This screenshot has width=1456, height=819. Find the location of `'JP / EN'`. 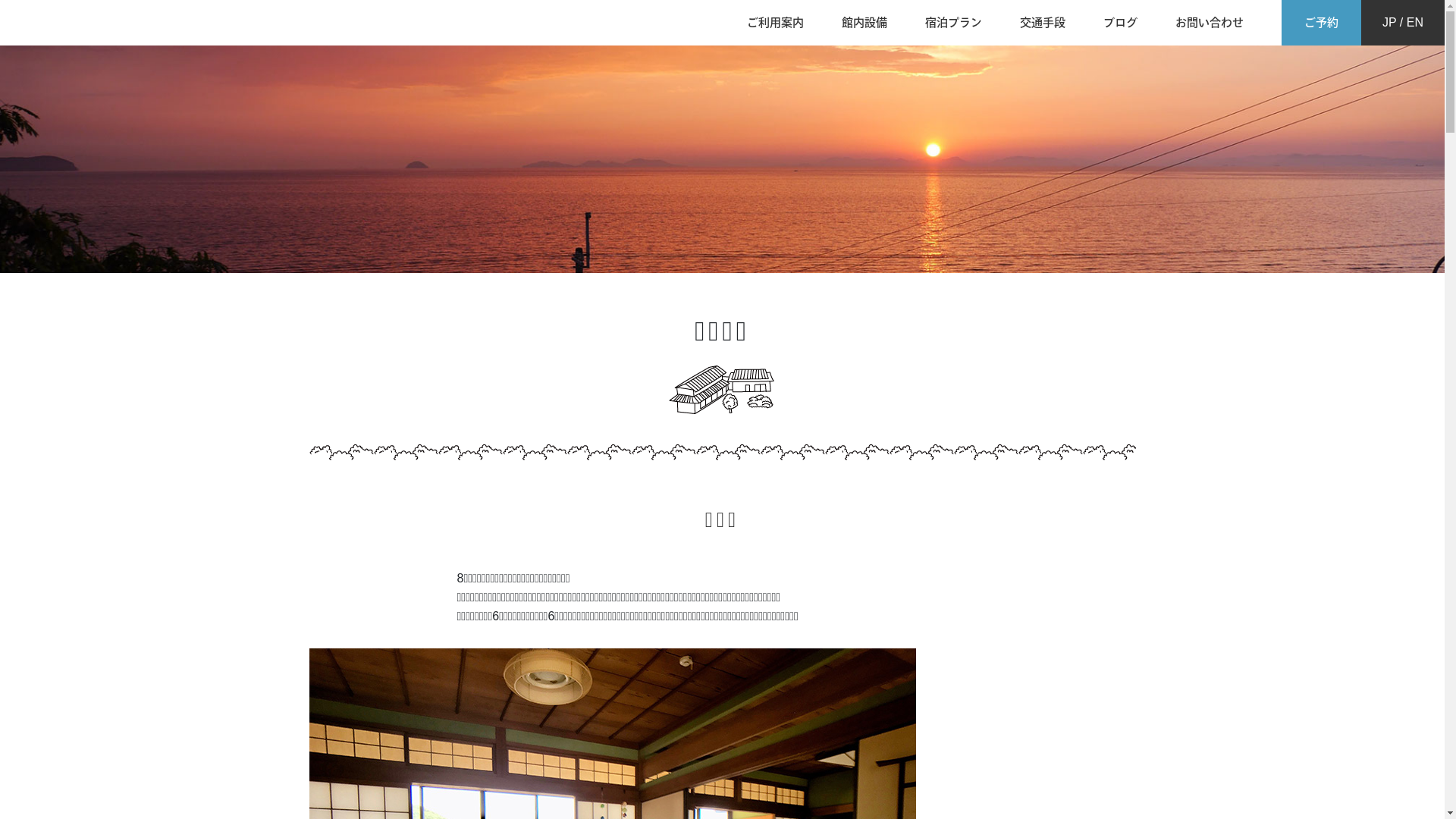

'JP / EN' is located at coordinates (1401, 23).